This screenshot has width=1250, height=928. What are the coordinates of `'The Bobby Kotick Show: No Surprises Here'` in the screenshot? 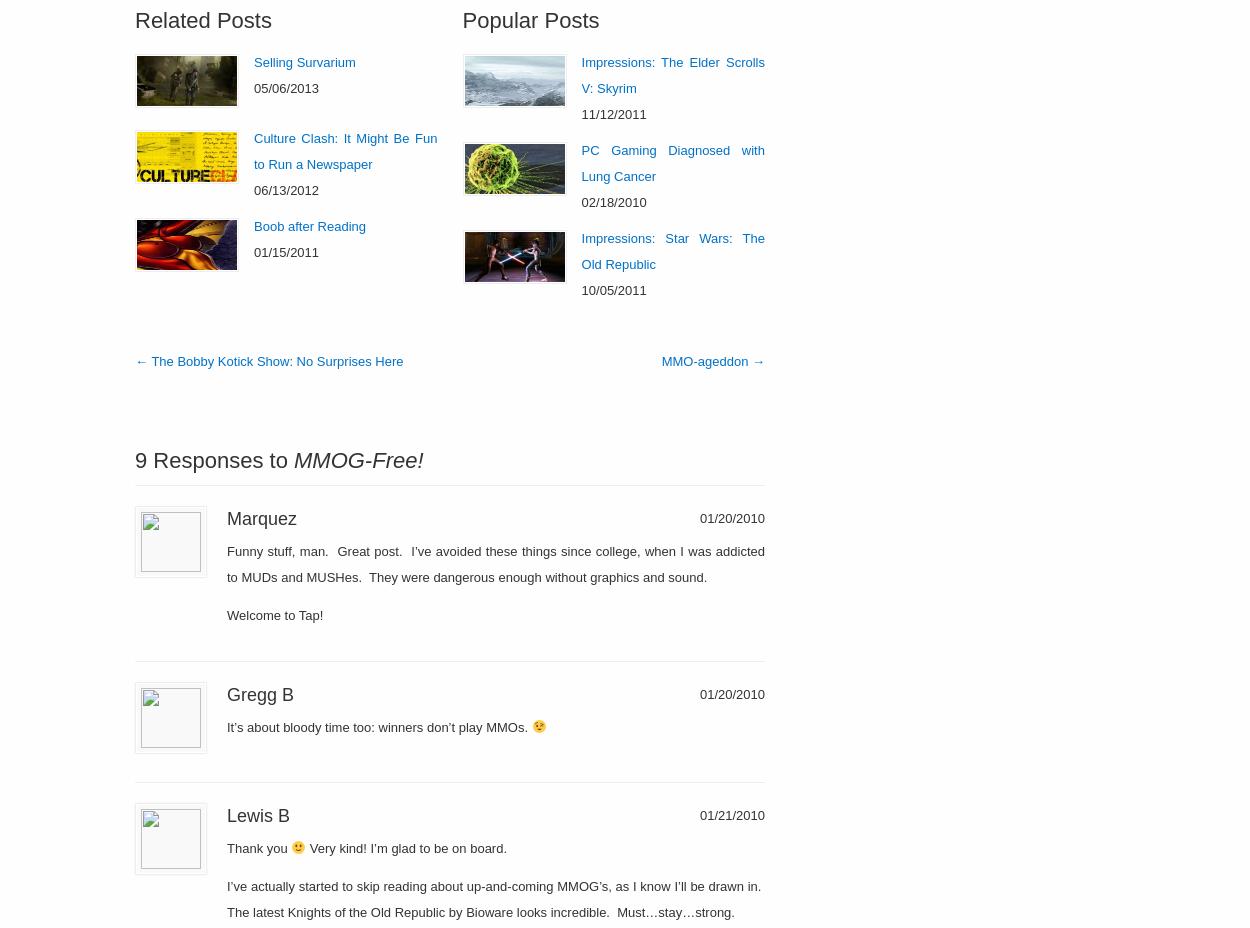 It's located at (148, 360).